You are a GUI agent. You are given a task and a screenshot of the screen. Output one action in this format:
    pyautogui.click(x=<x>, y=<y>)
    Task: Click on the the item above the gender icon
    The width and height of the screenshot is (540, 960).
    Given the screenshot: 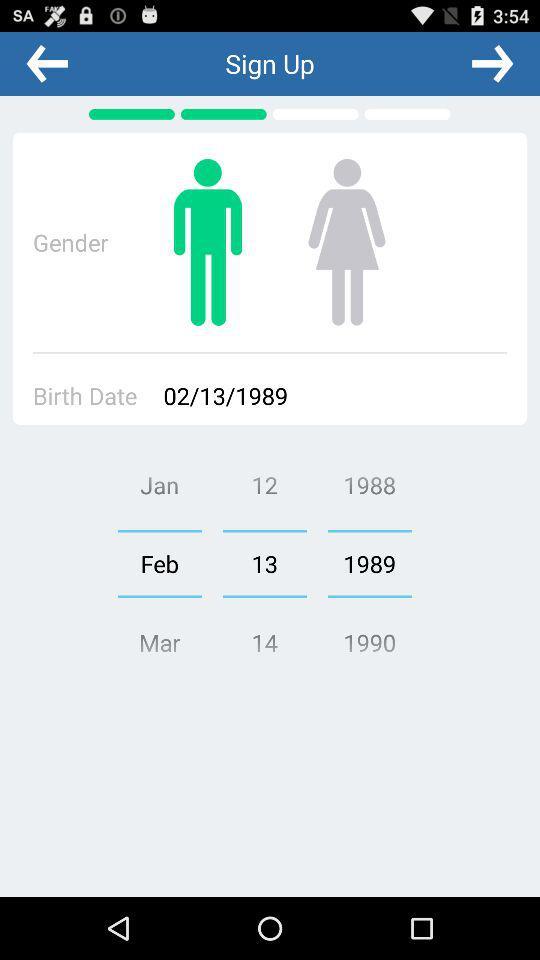 What is the action you would take?
    pyautogui.click(x=47, y=63)
    